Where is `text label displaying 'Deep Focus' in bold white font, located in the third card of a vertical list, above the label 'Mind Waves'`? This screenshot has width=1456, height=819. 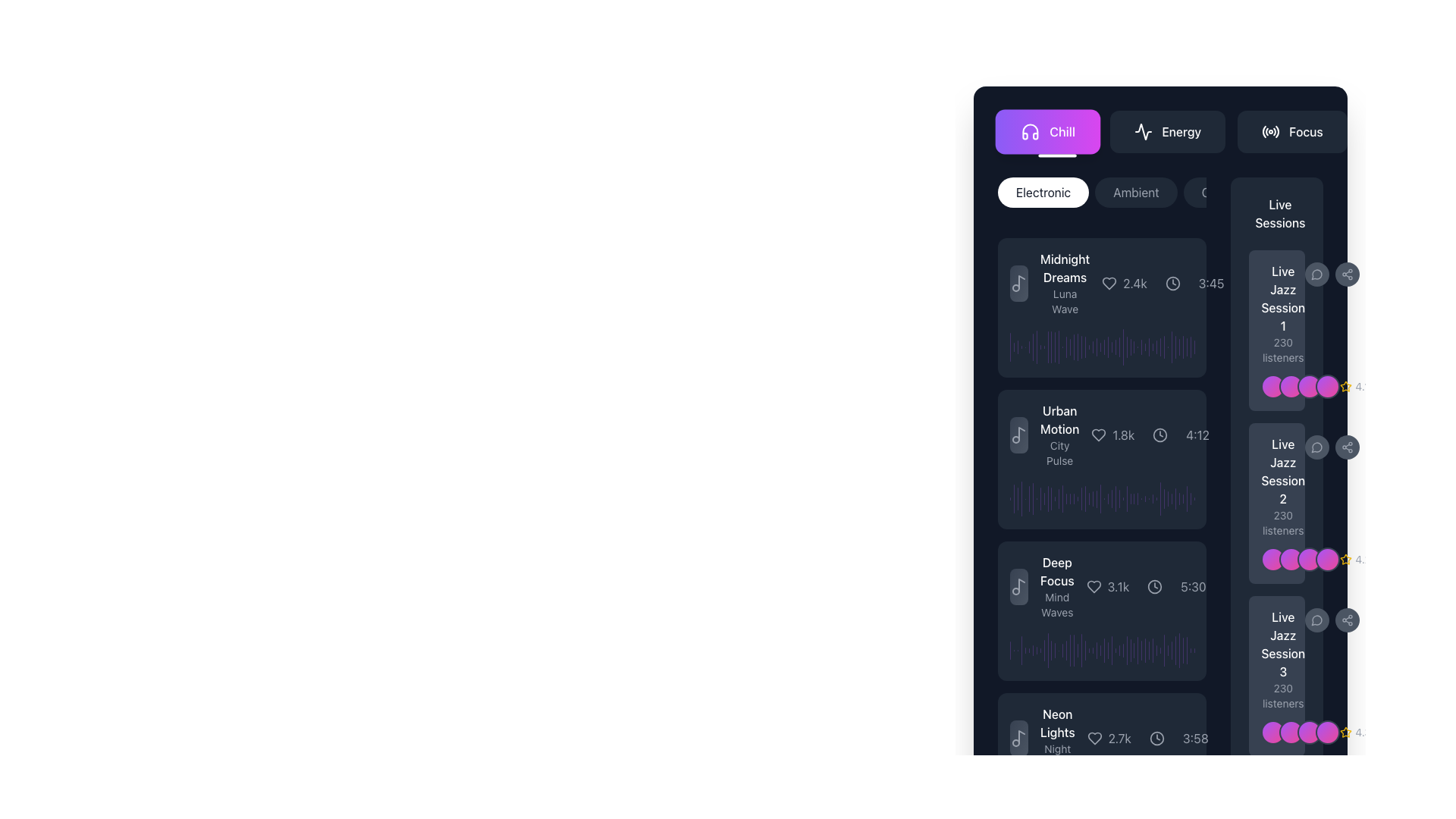
text label displaying 'Deep Focus' in bold white font, located in the third card of a vertical list, above the label 'Mind Waves' is located at coordinates (1056, 571).